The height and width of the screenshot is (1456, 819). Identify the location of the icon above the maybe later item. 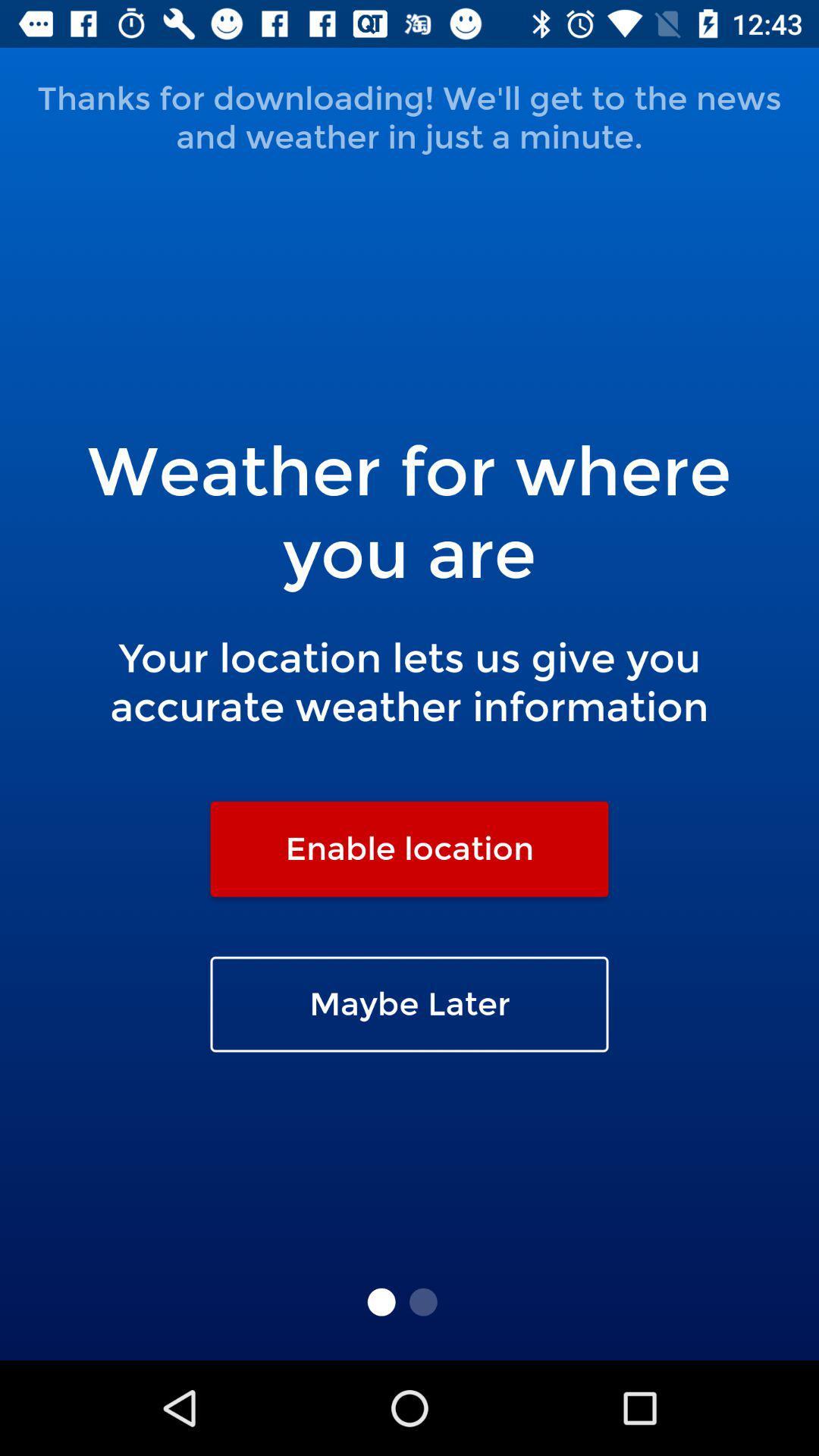
(409, 848).